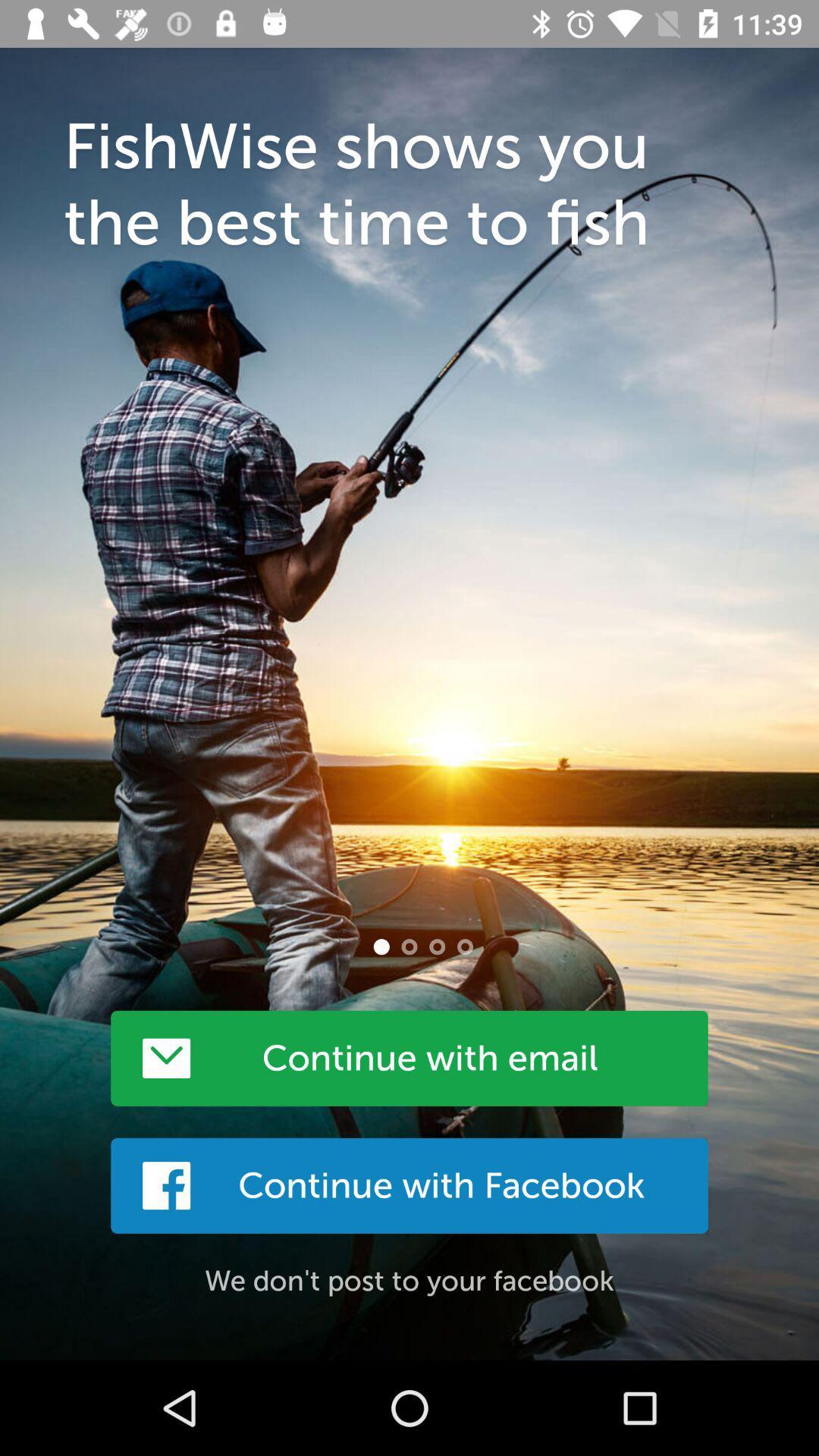 This screenshot has width=819, height=1456. What do you see at coordinates (464, 946) in the screenshot?
I see `last picture` at bounding box center [464, 946].